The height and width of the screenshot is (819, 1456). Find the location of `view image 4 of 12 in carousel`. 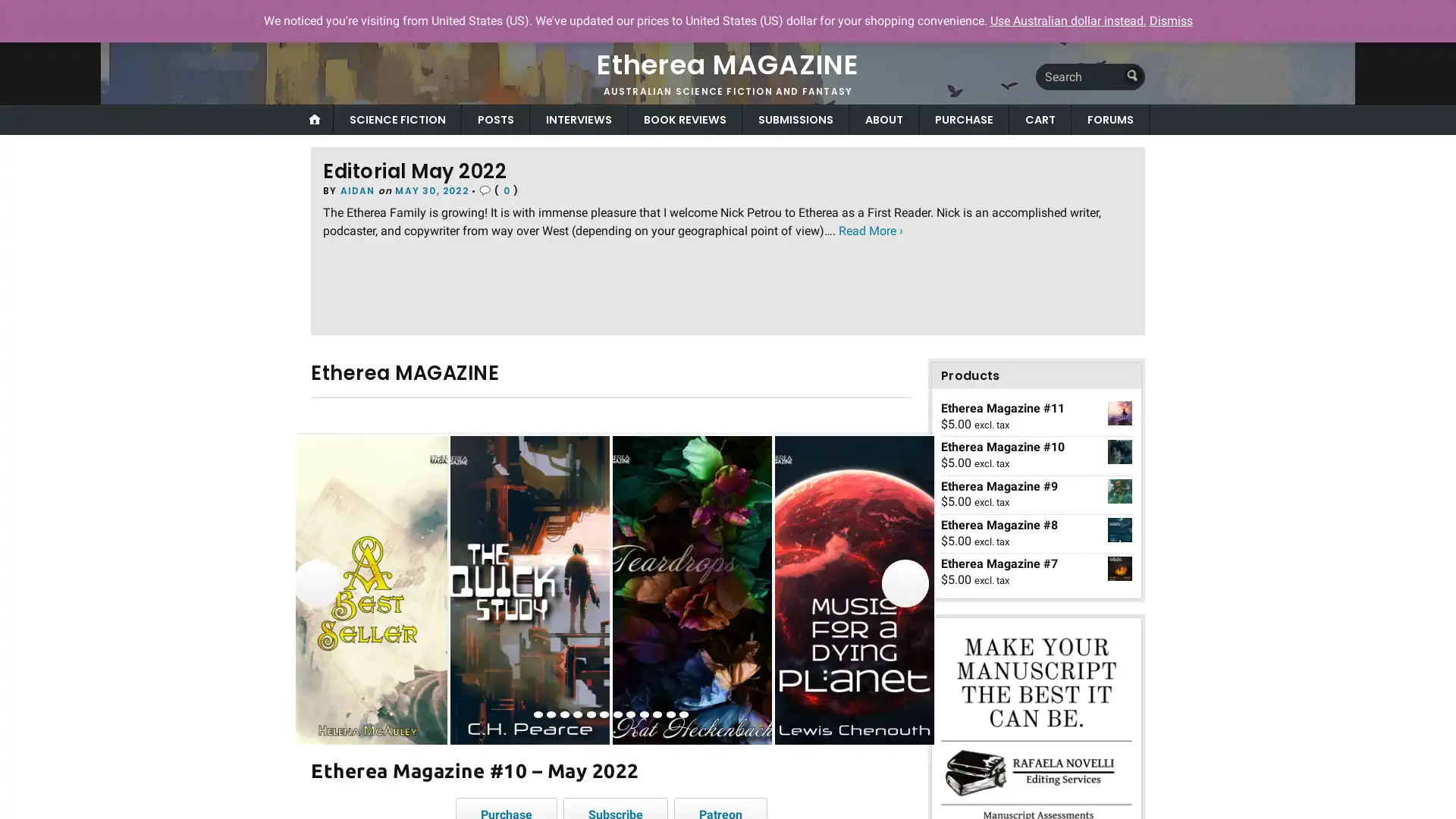

view image 4 of 12 in carousel is located at coordinates (577, 714).